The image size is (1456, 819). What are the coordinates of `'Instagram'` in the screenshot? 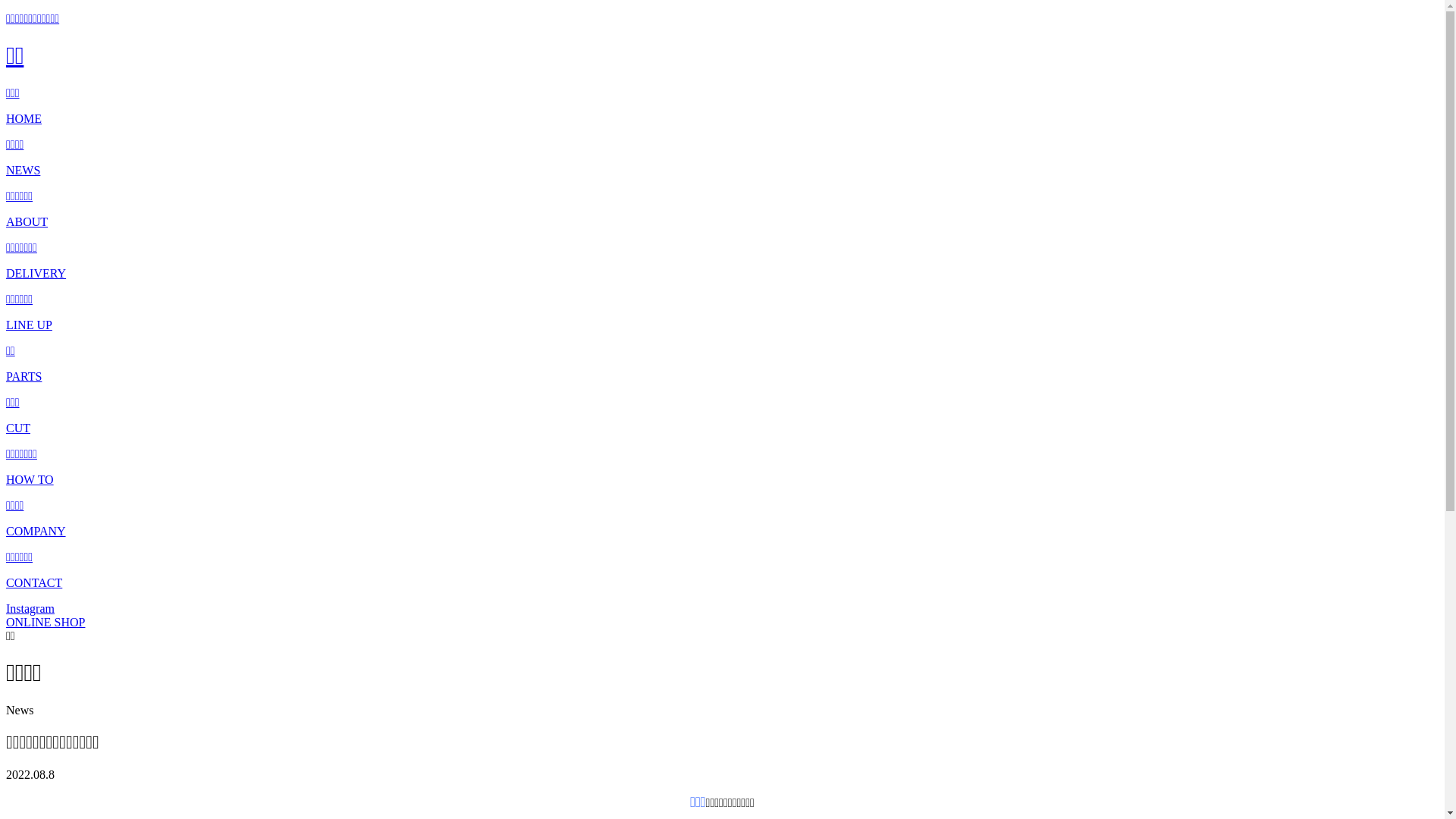 It's located at (6, 607).